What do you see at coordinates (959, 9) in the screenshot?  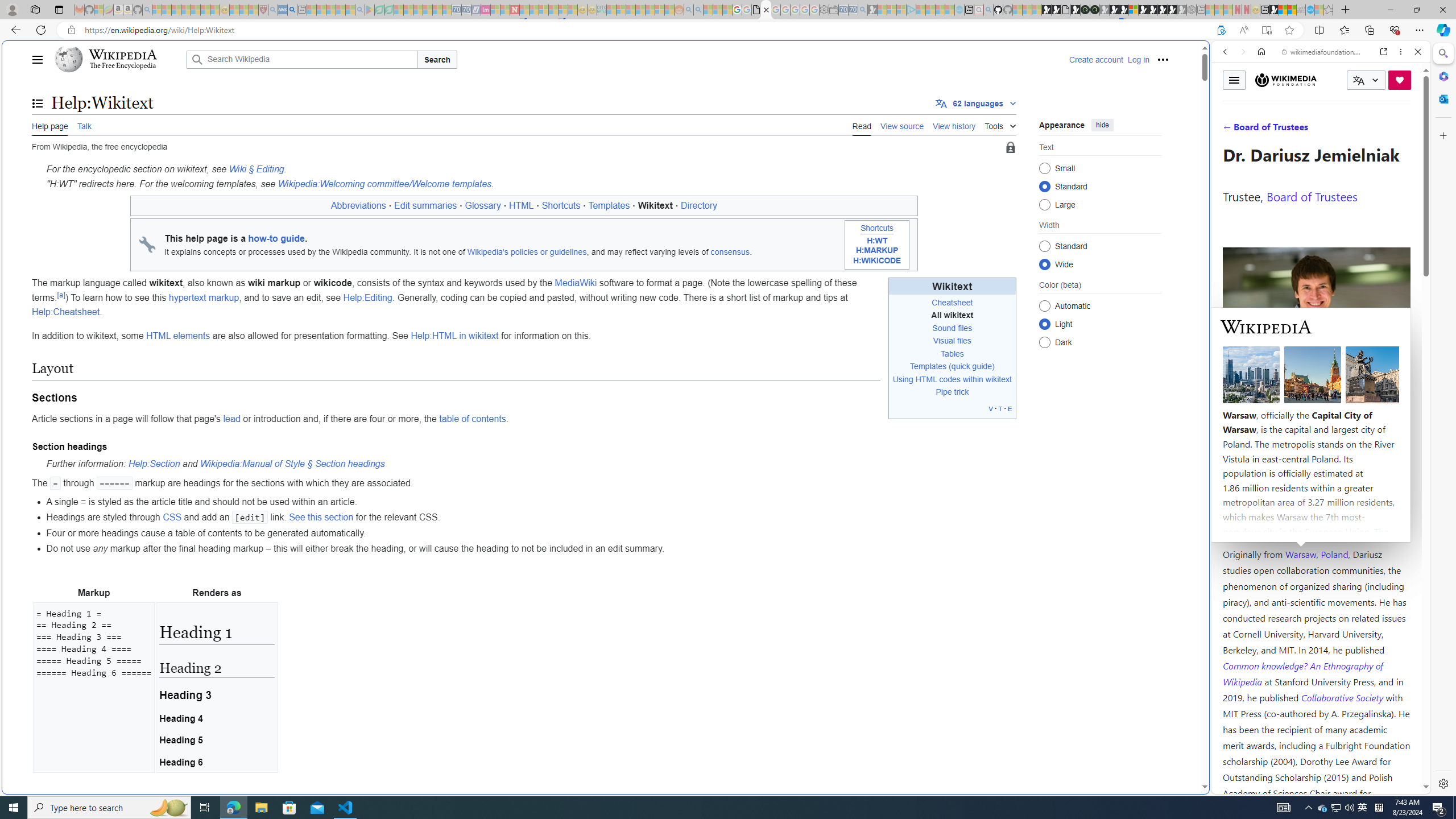 I see `'Home | Sky Blue Bikes - Sky Blue Bikes - Sleeping'` at bounding box center [959, 9].